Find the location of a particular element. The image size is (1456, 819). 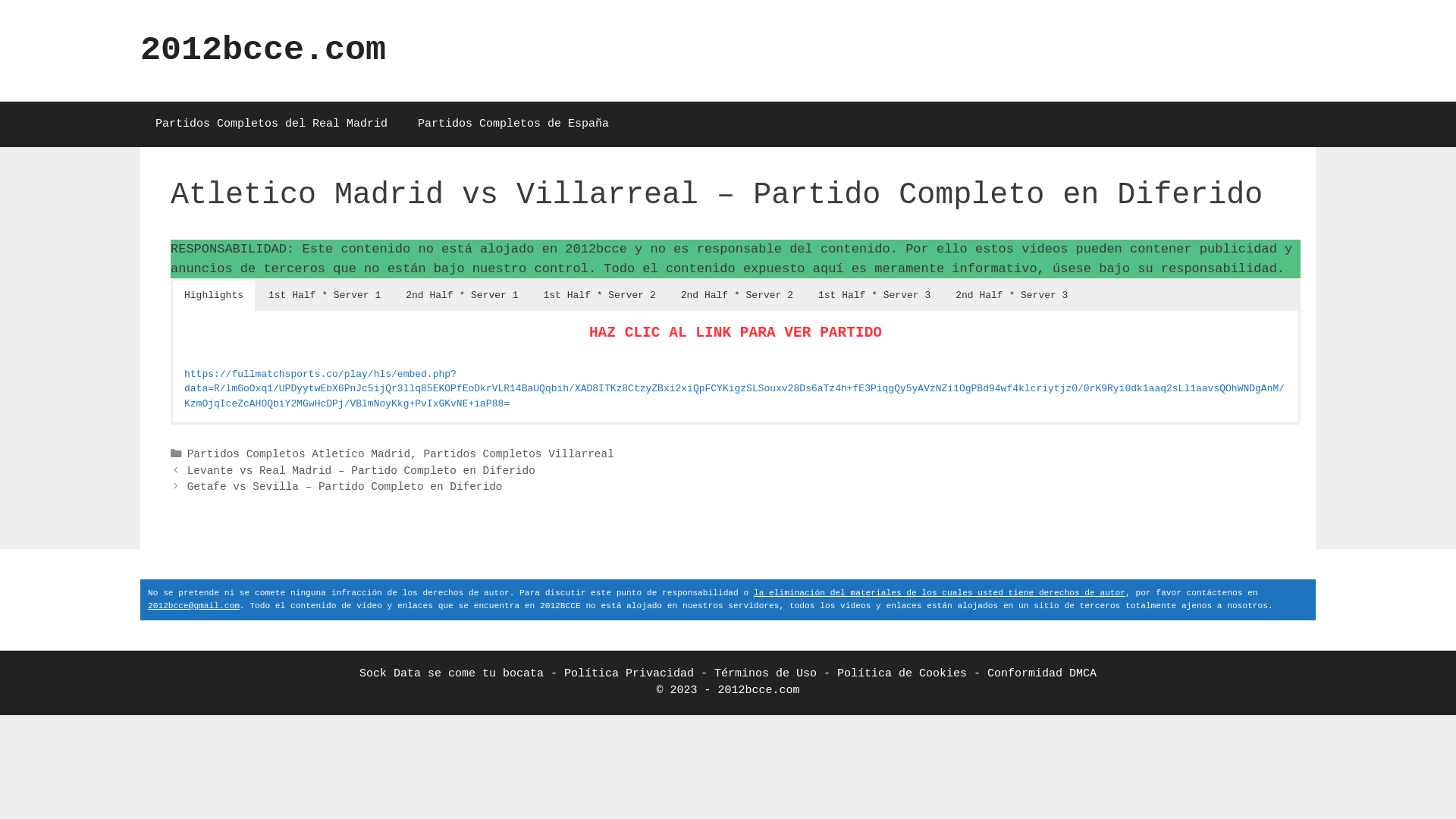

'Conformidad DMCA' is located at coordinates (1040, 673).